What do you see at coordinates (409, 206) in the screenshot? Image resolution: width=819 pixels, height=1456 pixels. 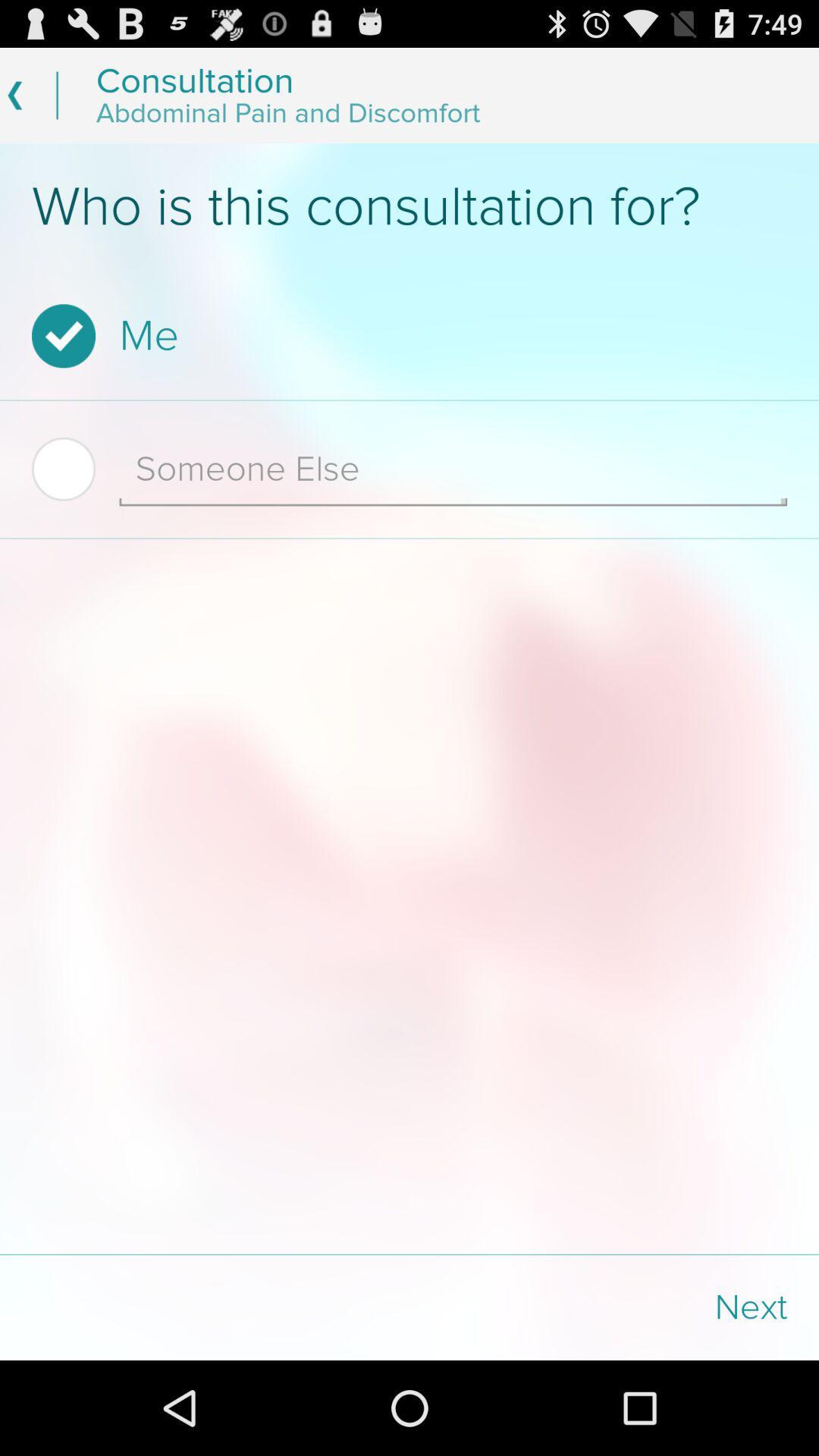 I see `icon above me` at bounding box center [409, 206].